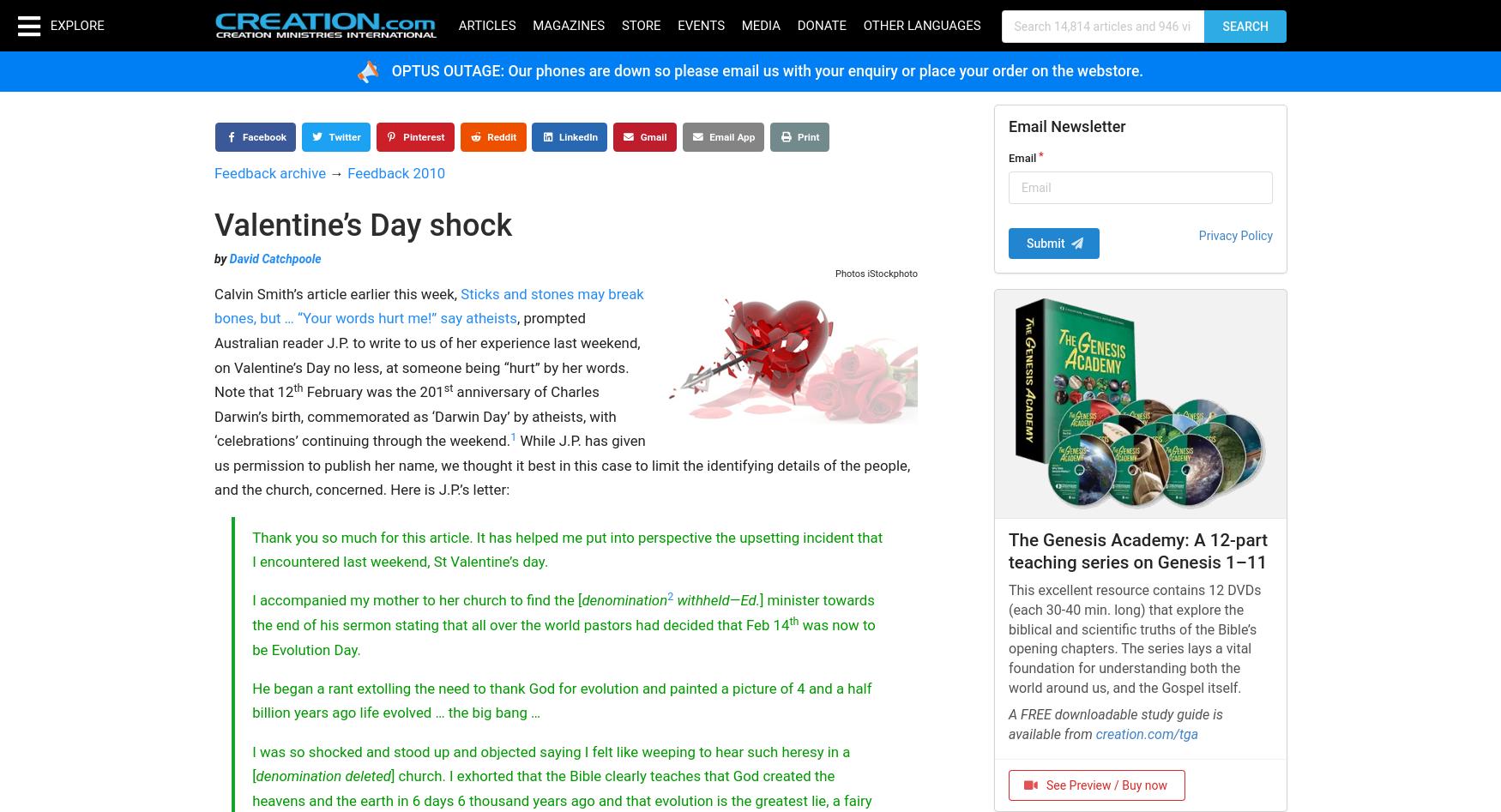  Describe the element at coordinates (447, 387) in the screenshot. I see `'st'` at that location.